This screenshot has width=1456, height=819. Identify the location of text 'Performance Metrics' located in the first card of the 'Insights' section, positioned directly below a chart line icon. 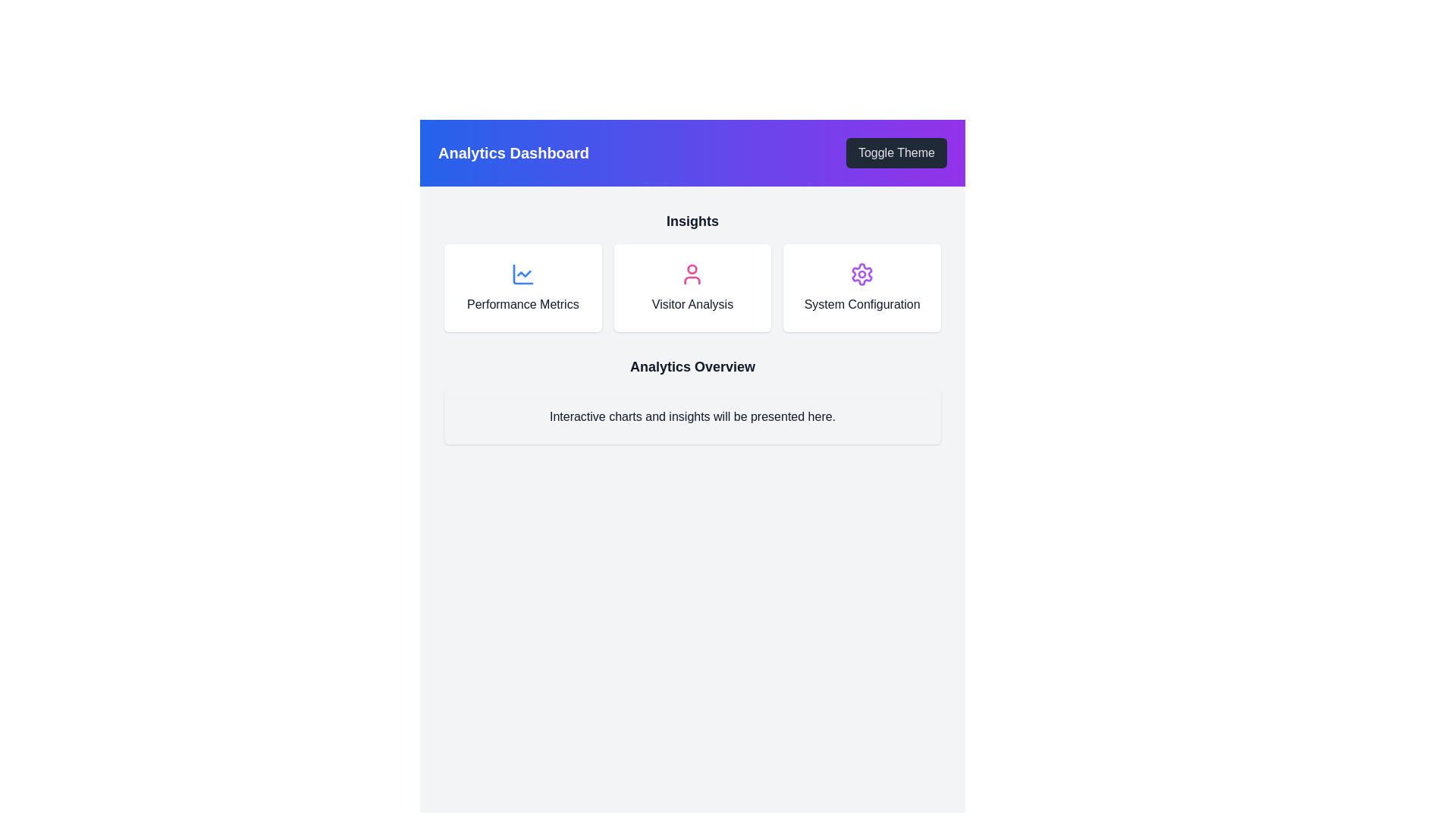
(522, 304).